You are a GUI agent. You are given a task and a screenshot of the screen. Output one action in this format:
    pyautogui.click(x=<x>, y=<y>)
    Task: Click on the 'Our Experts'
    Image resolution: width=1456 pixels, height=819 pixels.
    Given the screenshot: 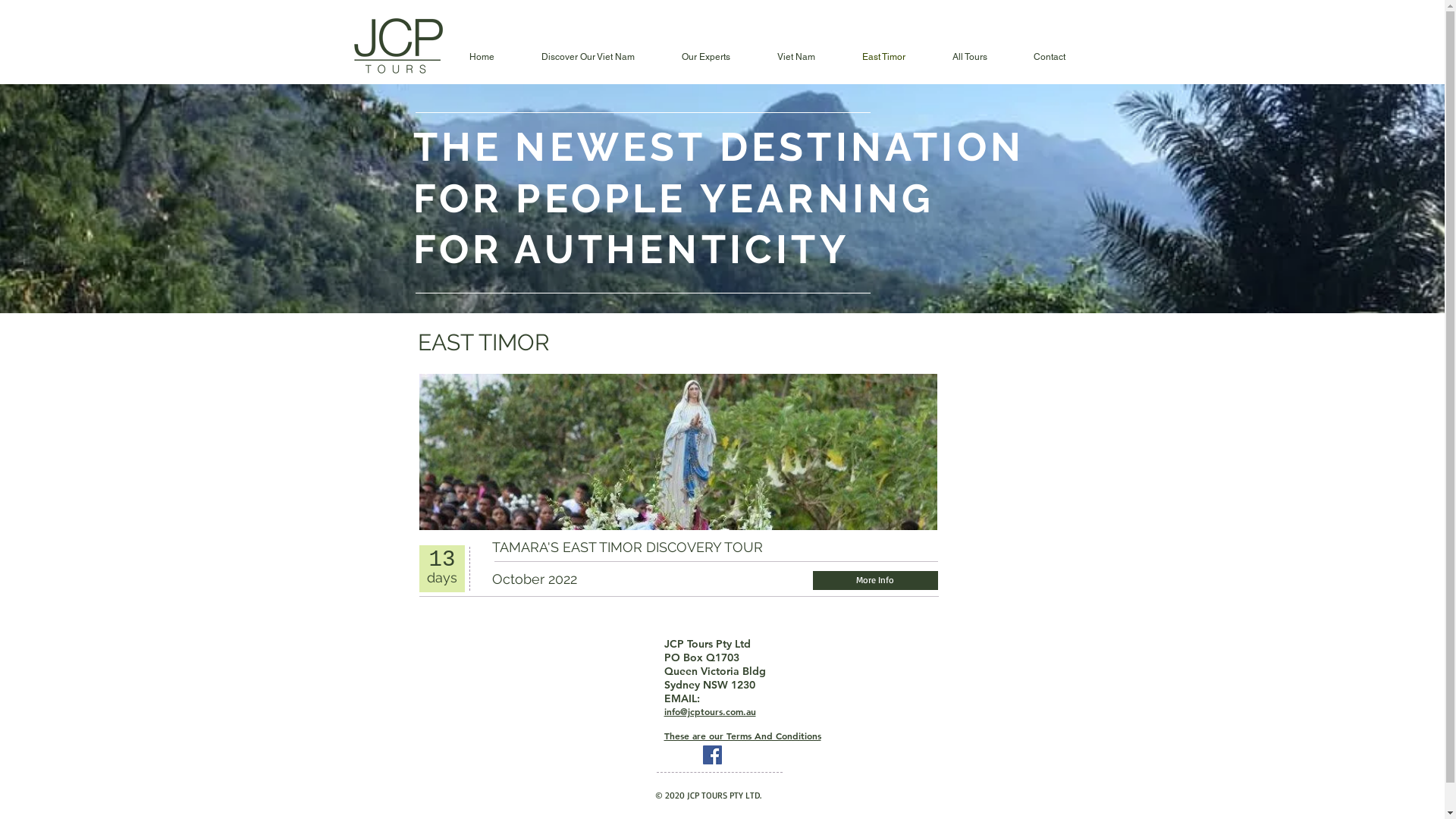 What is the action you would take?
    pyautogui.click(x=705, y=56)
    